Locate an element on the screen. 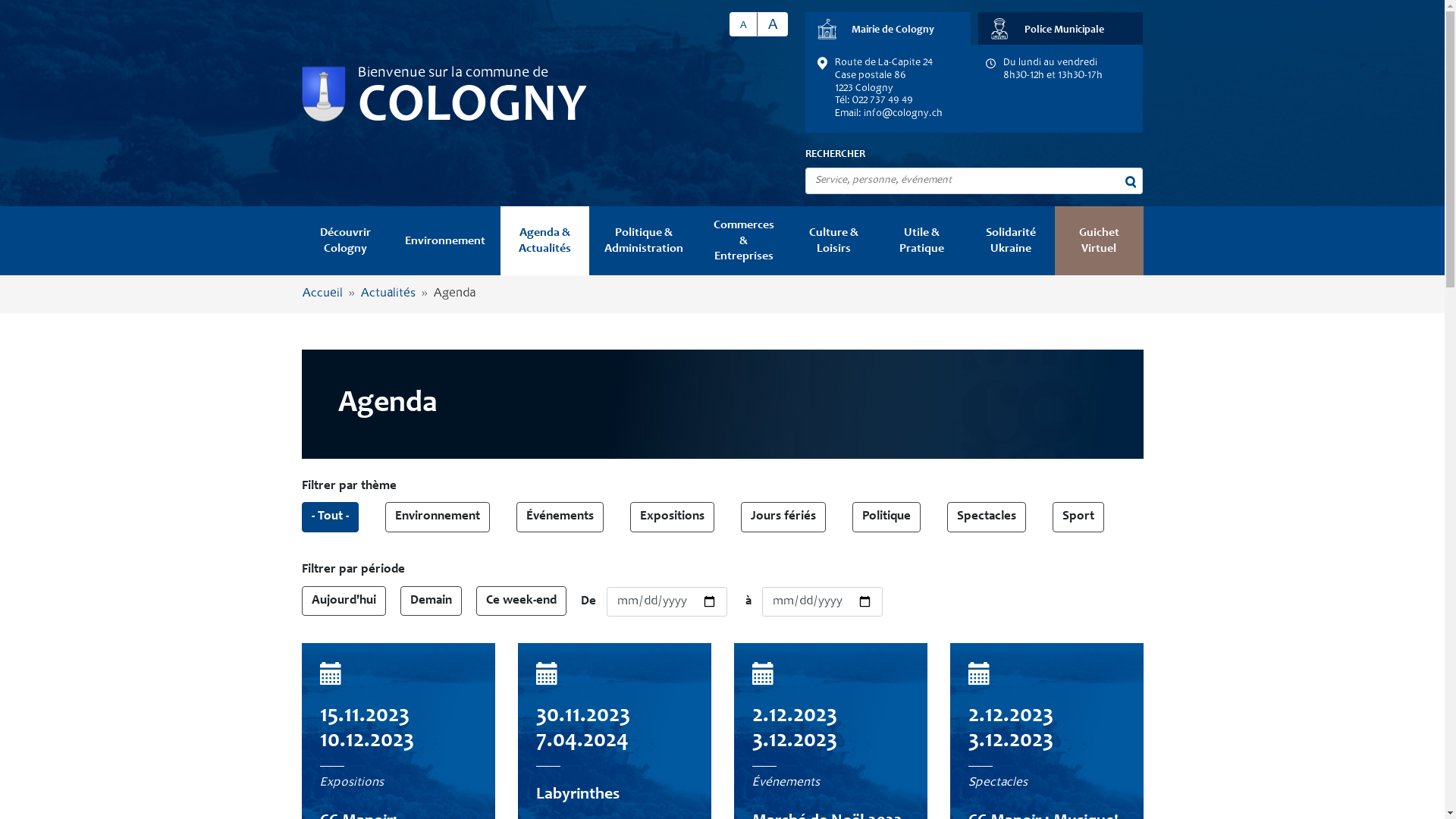 This screenshot has height=819, width=1456. 'Utile & Pratique' is located at coordinates (921, 240).